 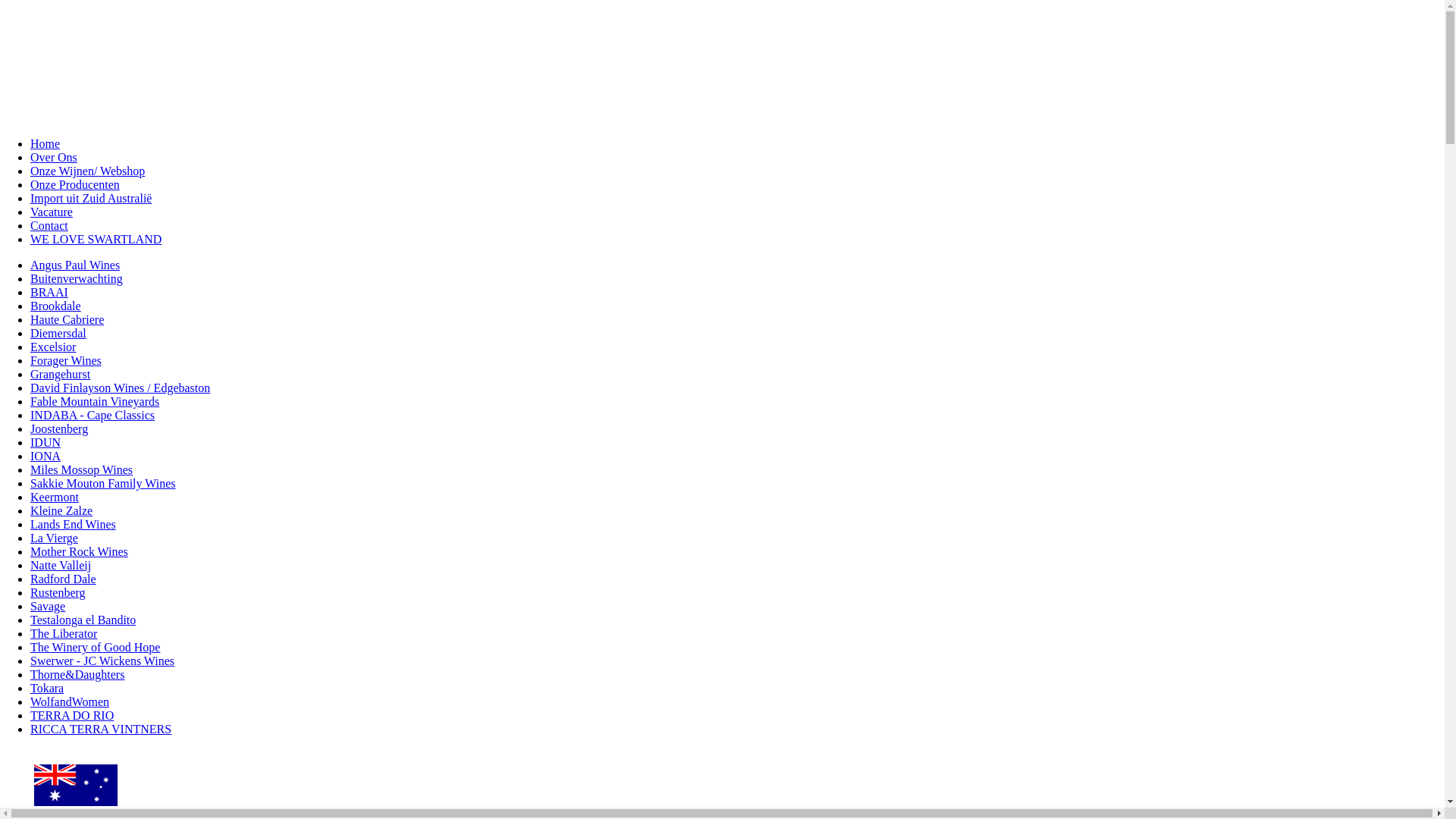 What do you see at coordinates (54, 537) in the screenshot?
I see `'La Vierge'` at bounding box center [54, 537].